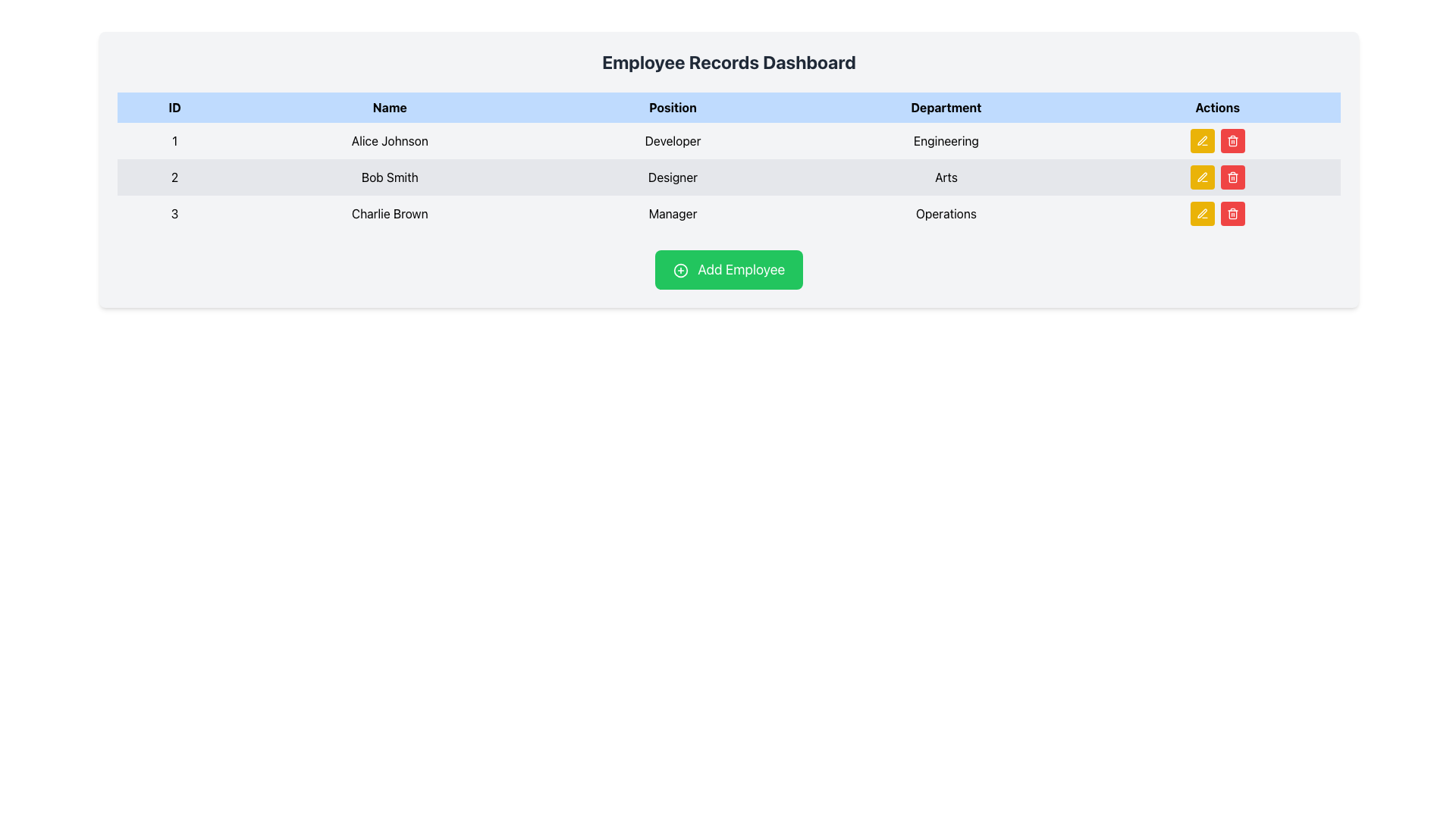  What do you see at coordinates (1232, 142) in the screenshot?
I see `the graphical vector representing the trash can icon in the 'Actions' column of the second row of the tabular interface` at bounding box center [1232, 142].